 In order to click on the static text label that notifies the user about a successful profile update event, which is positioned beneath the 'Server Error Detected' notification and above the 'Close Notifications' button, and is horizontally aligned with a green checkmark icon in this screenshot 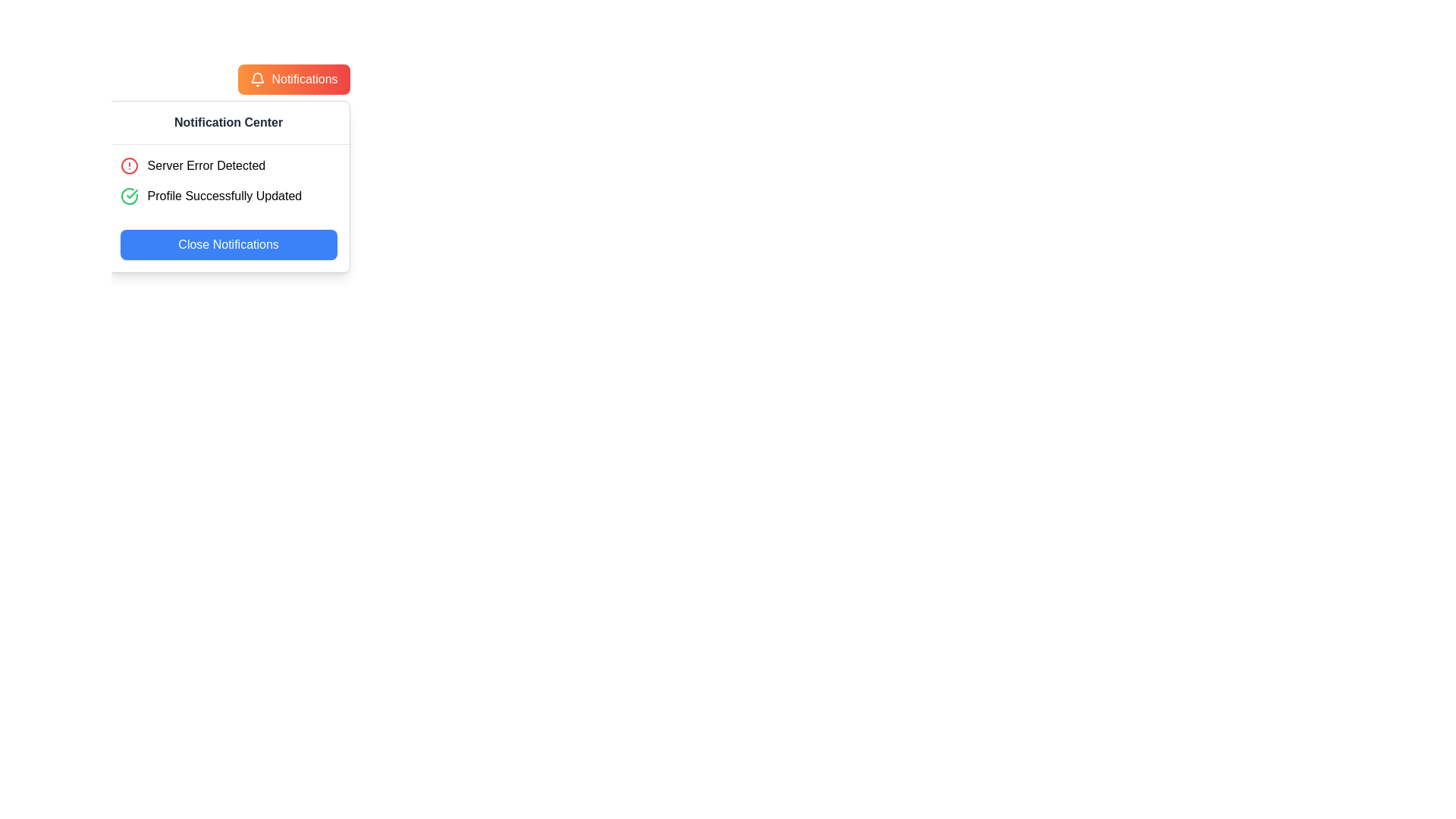, I will do `click(224, 195)`.